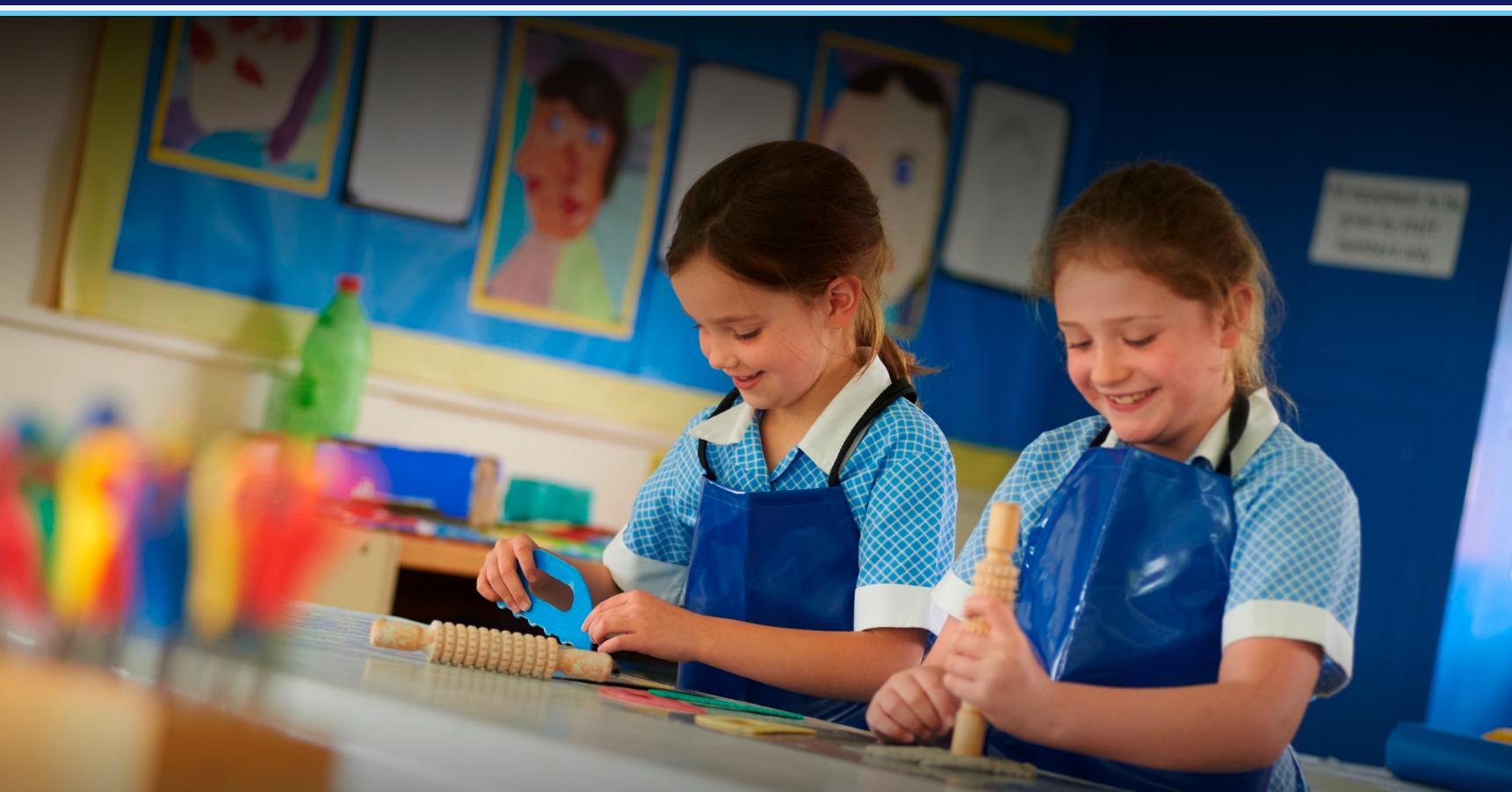 Image resolution: width=1512 pixels, height=792 pixels. Describe the element at coordinates (755, 185) in the screenshot. I see `'St Peter's School'` at that location.